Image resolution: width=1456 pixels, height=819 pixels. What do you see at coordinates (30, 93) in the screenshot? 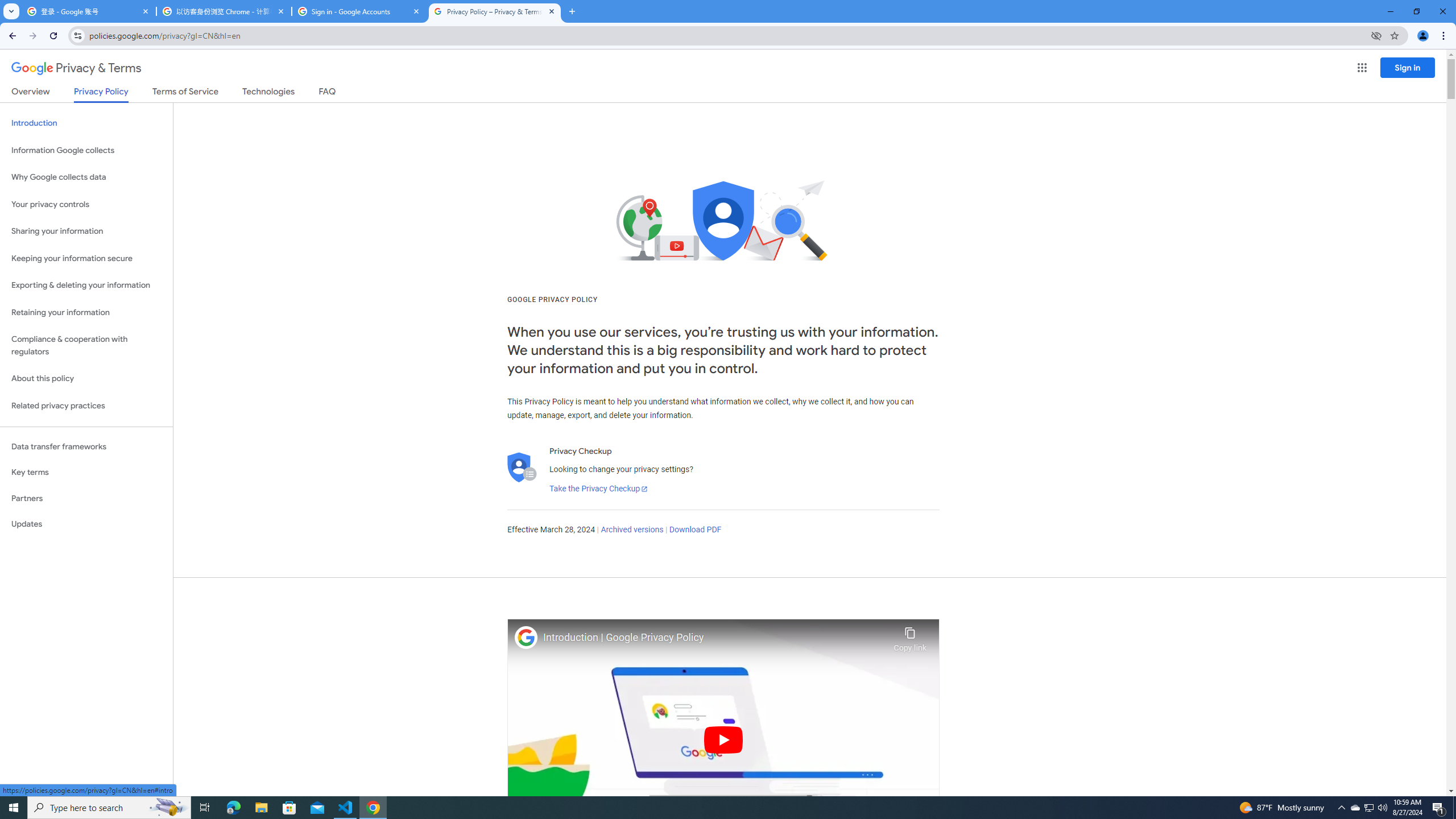
I see `'Overview'` at bounding box center [30, 93].